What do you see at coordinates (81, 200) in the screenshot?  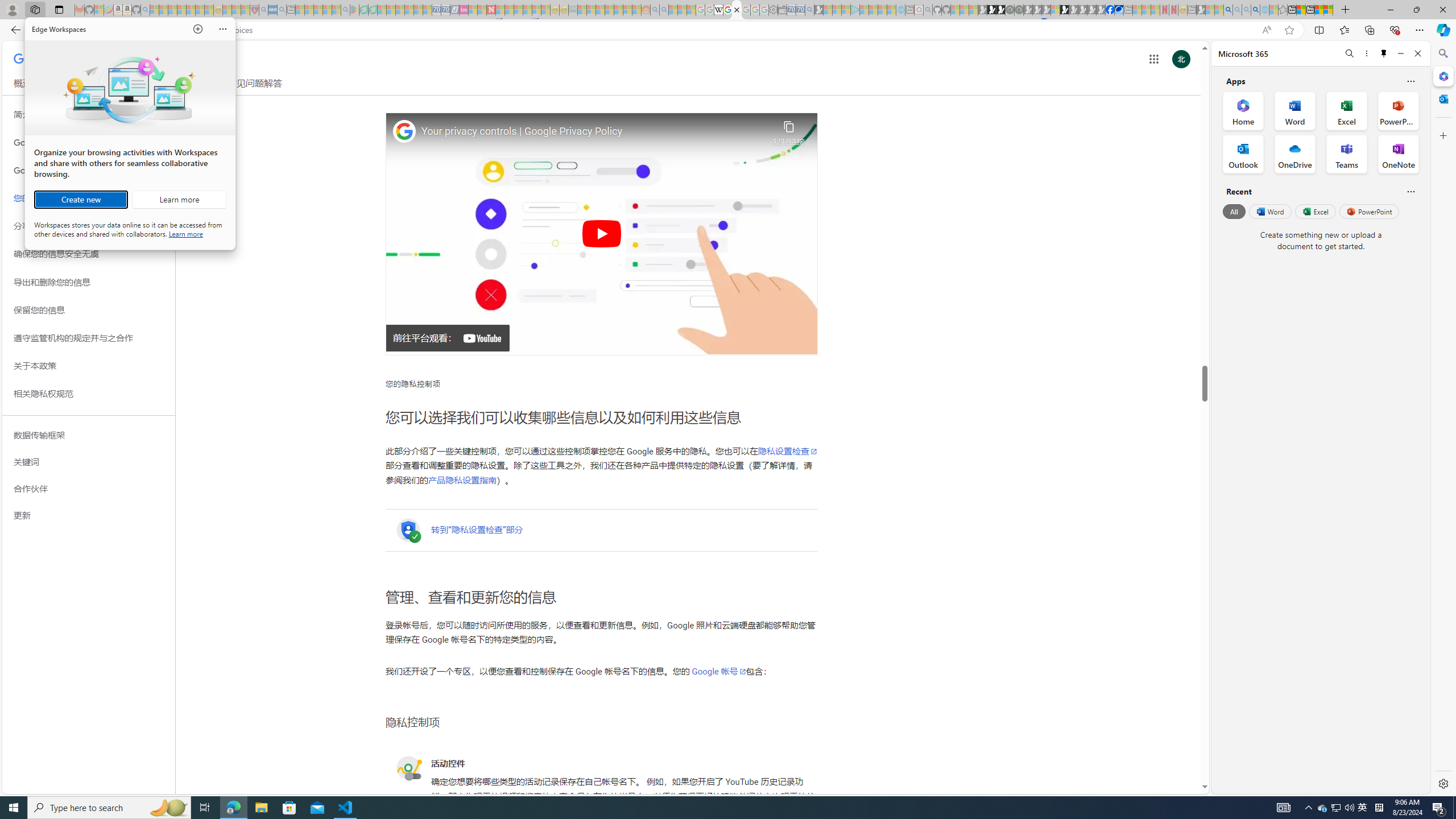 I see `'Create new workspace'` at bounding box center [81, 200].